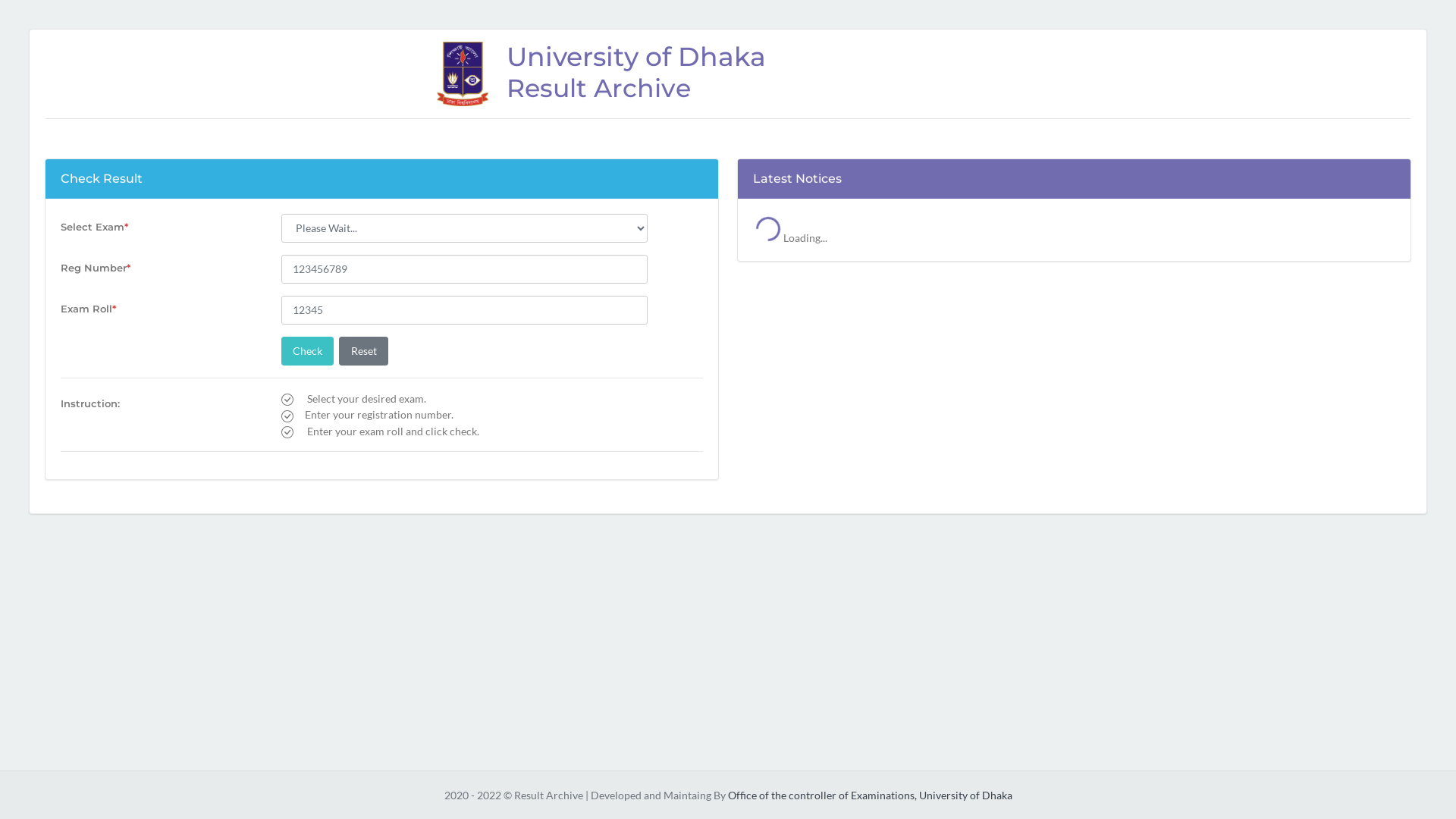 This screenshot has width=1456, height=819. What do you see at coordinates (362, 350) in the screenshot?
I see `'Reset'` at bounding box center [362, 350].